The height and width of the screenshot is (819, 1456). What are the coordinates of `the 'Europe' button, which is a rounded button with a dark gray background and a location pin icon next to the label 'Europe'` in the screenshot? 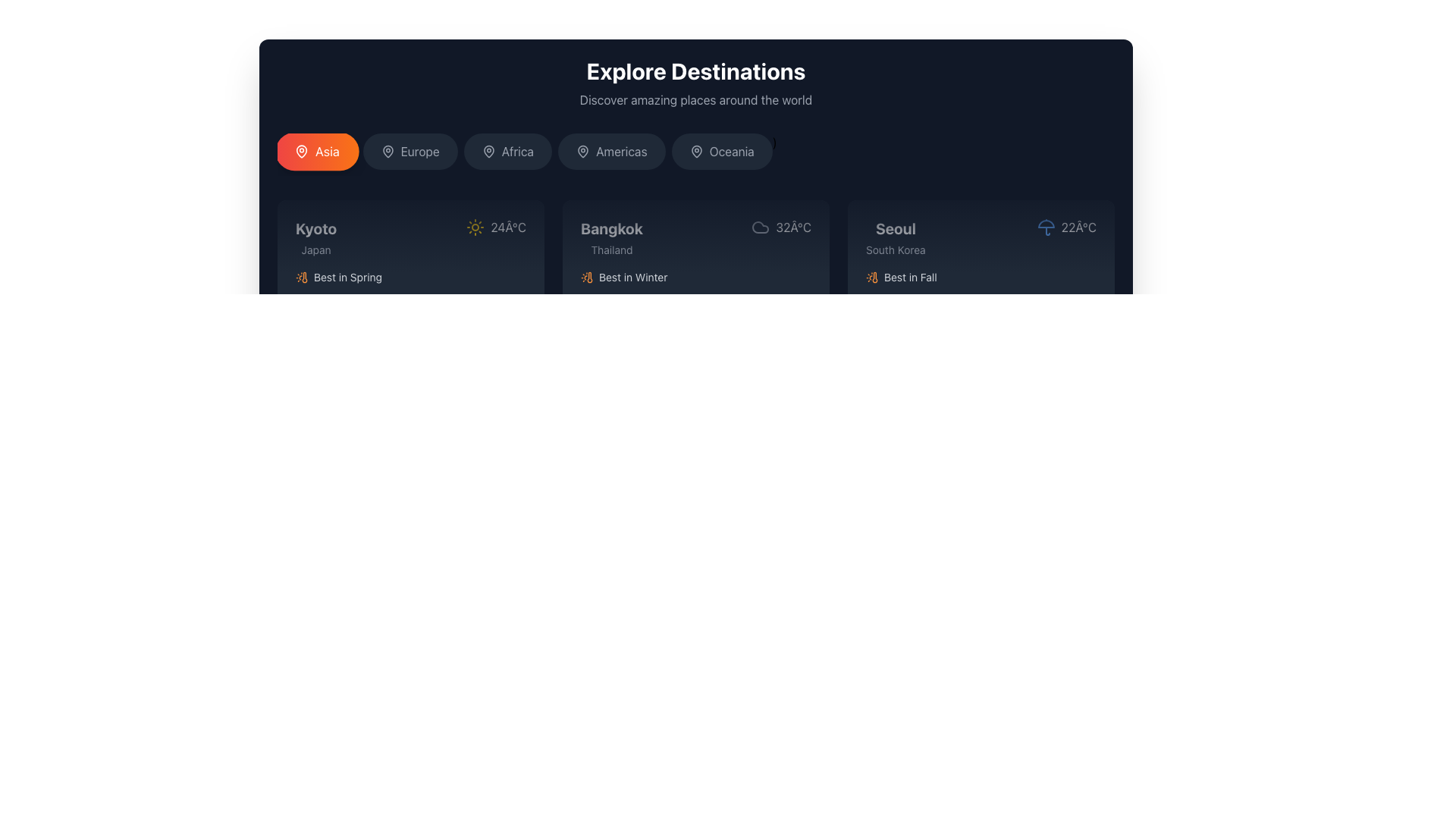 It's located at (410, 152).